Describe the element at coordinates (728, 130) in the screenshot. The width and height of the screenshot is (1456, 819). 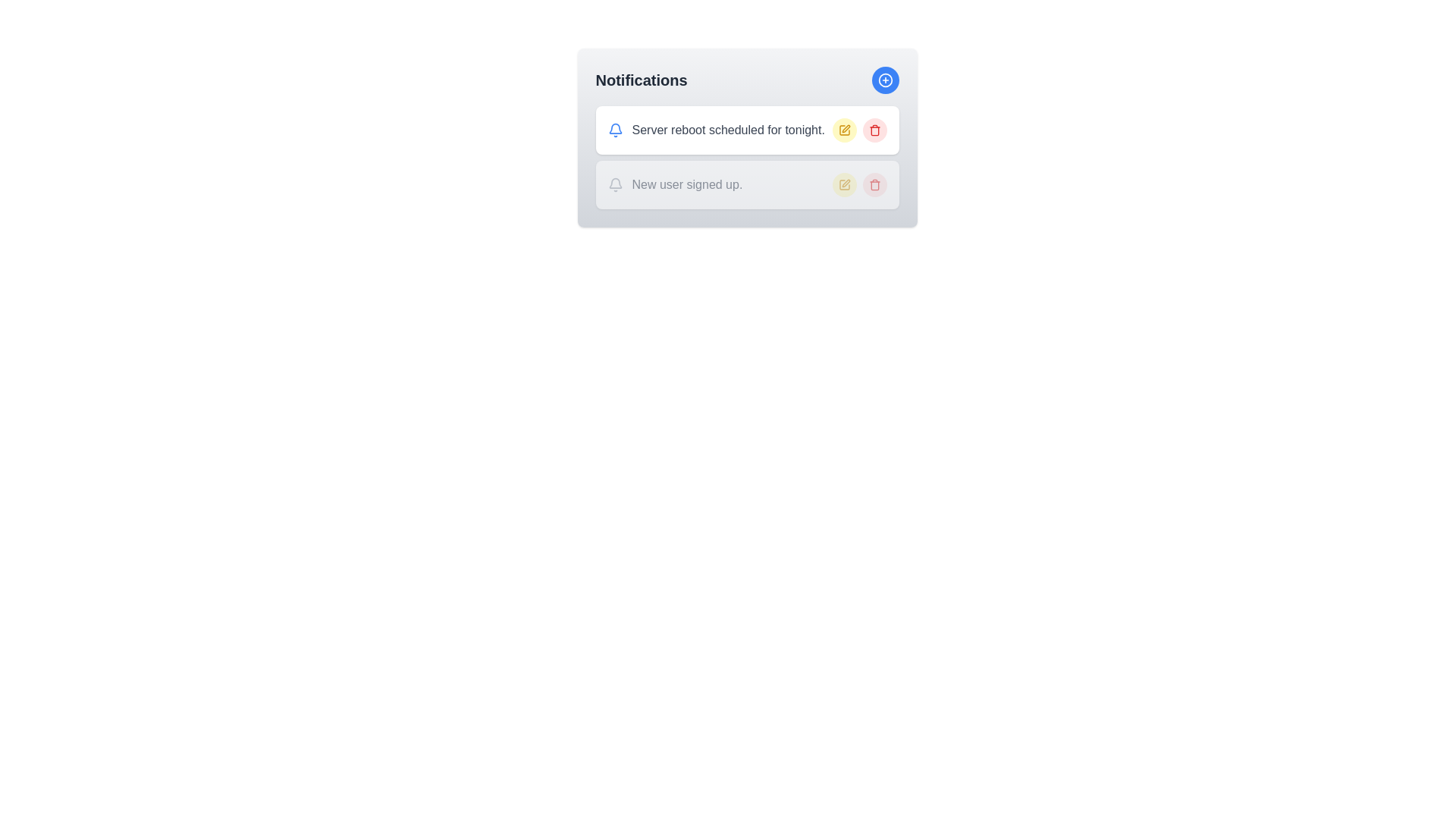
I see `the text label displaying 'Server reboot scheduled for tonight.', which is part of the notification list and positioned next to a bell icon and interactive controls` at that location.